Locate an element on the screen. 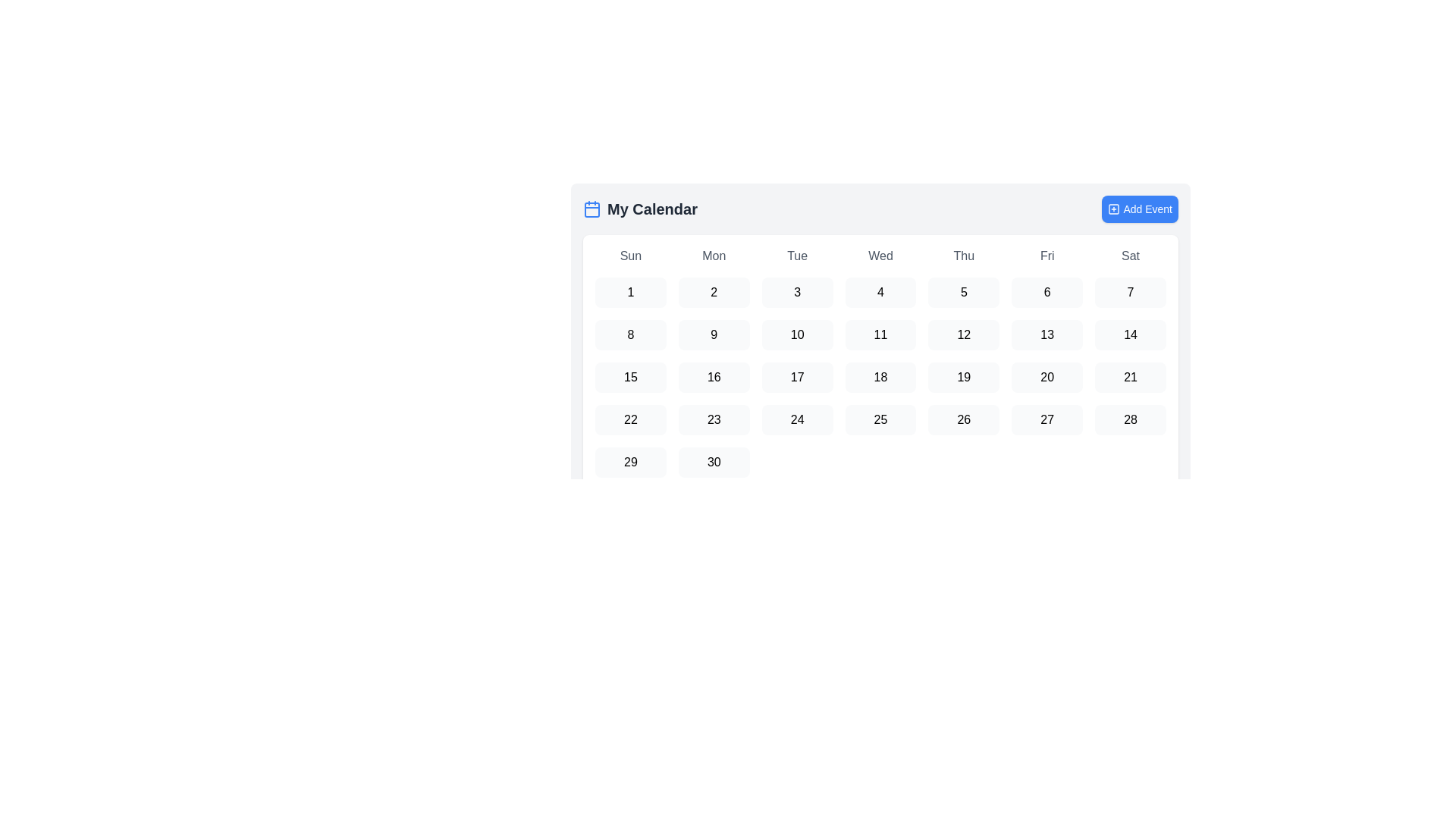 This screenshot has height=819, width=1456. the Date cell displaying the number '10' in the calendar grid of 'My Calendar' is located at coordinates (796, 334).